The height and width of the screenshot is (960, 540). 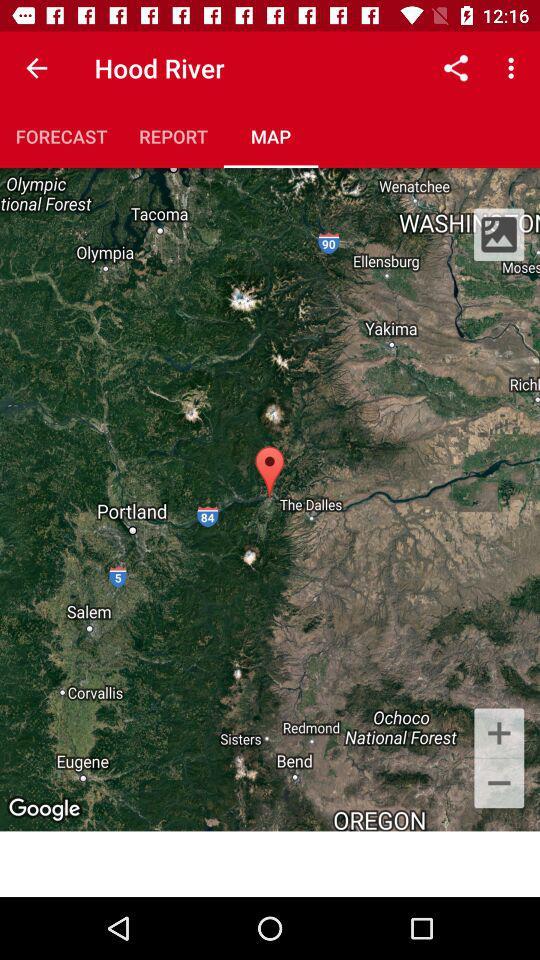 What do you see at coordinates (498, 784) in the screenshot?
I see `the minus icon` at bounding box center [498, 784].